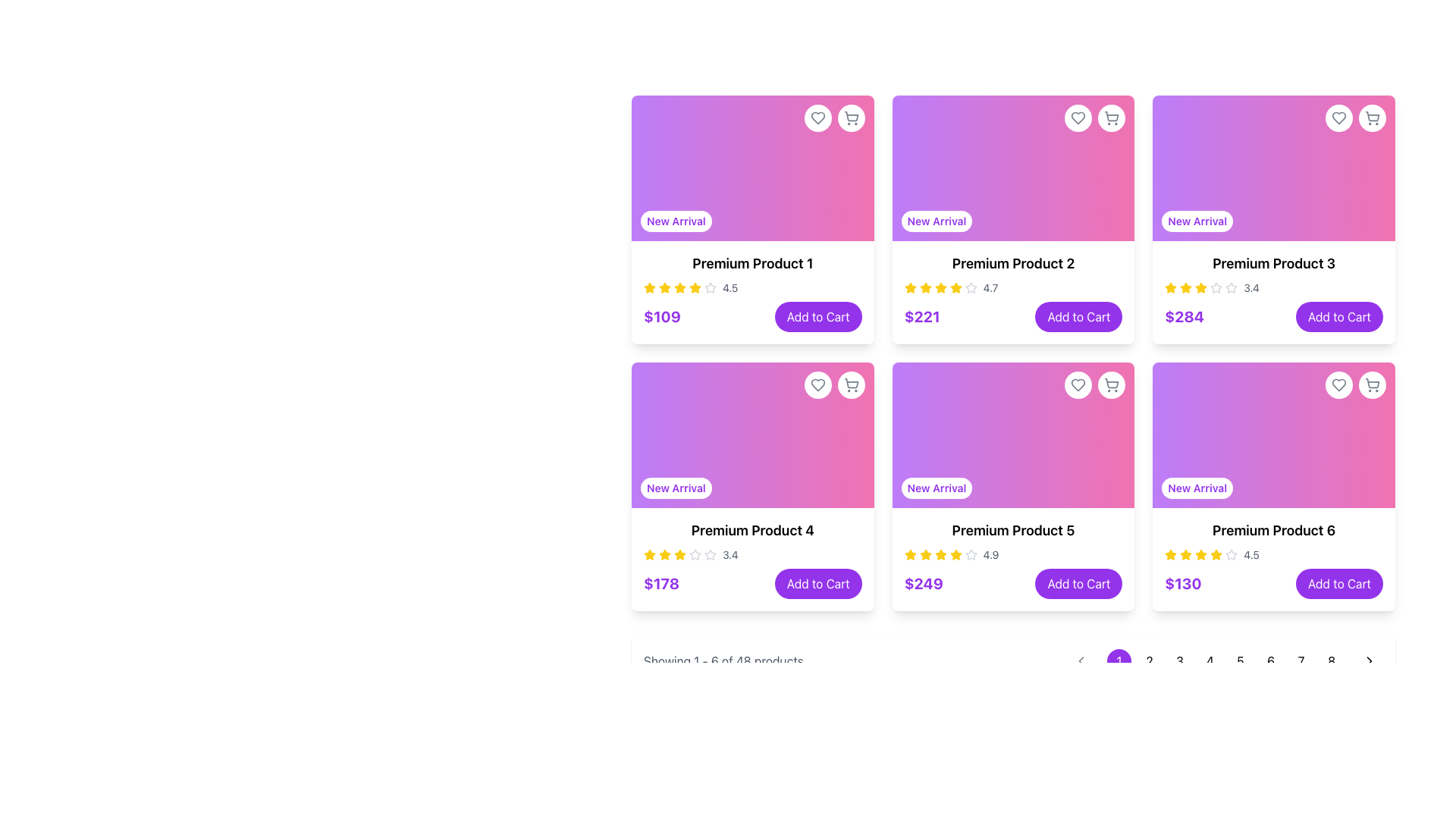 The width and height of the screenshot is (1456, 819). I want to click on the Rating Display element located beneath the product name 'Premium Product 1' and above the price and 'Add to Cart' button, so click(752, 288).